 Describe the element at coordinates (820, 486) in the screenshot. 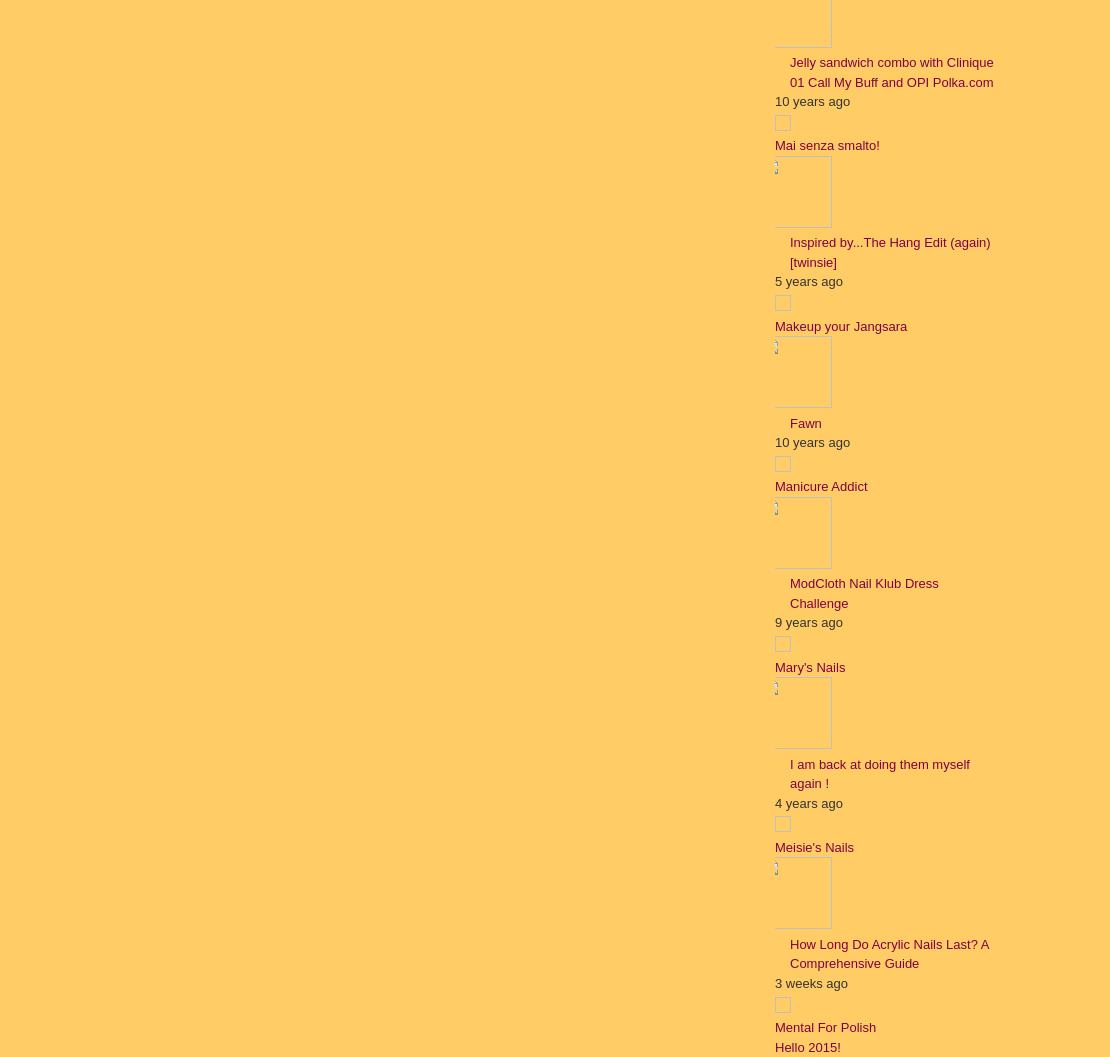

I see `'Manicure Addict'` at that location.